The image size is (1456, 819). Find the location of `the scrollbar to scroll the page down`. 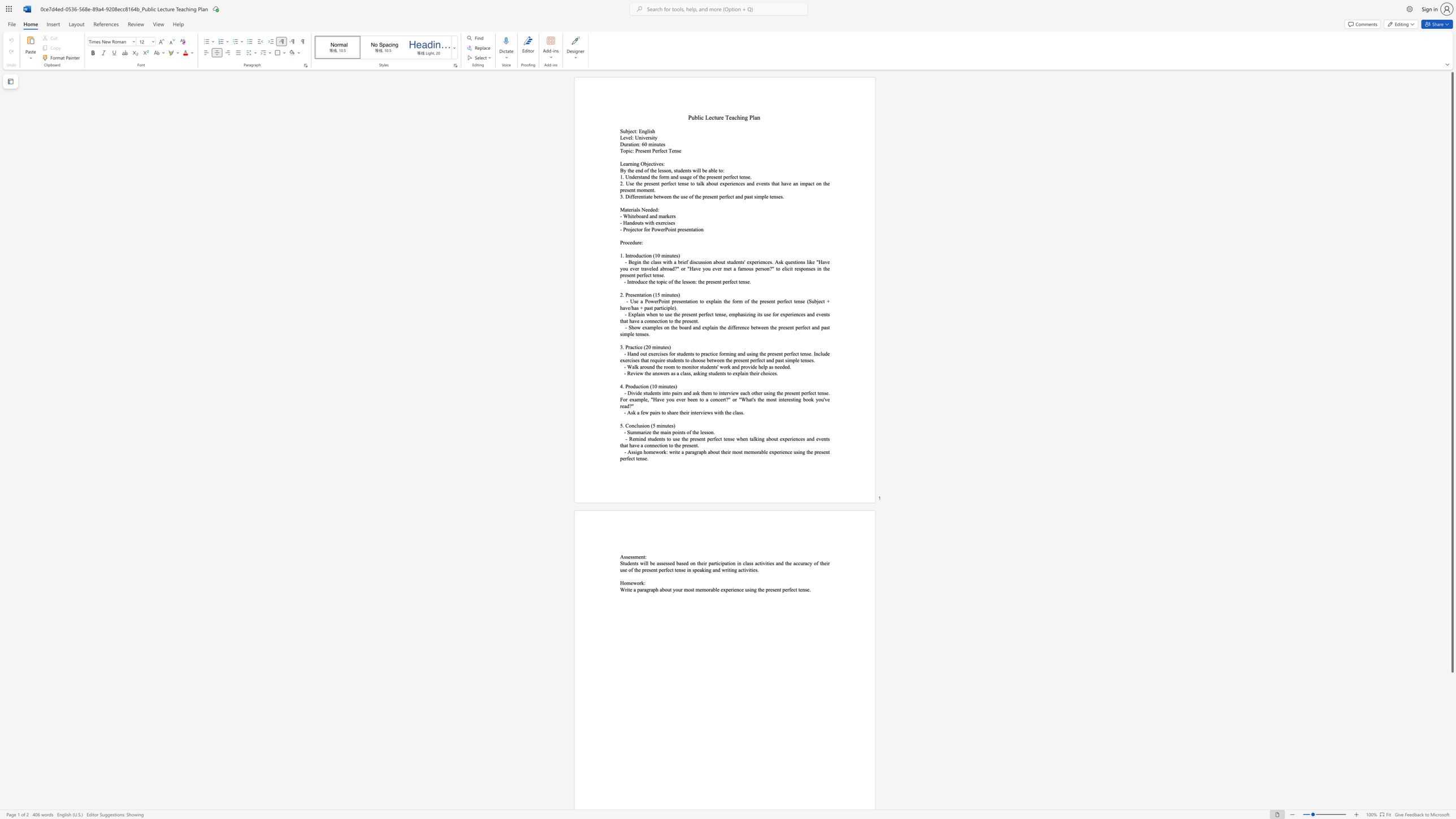

the scrollbar to scroll the page down is located at coordinates (1451, 739).